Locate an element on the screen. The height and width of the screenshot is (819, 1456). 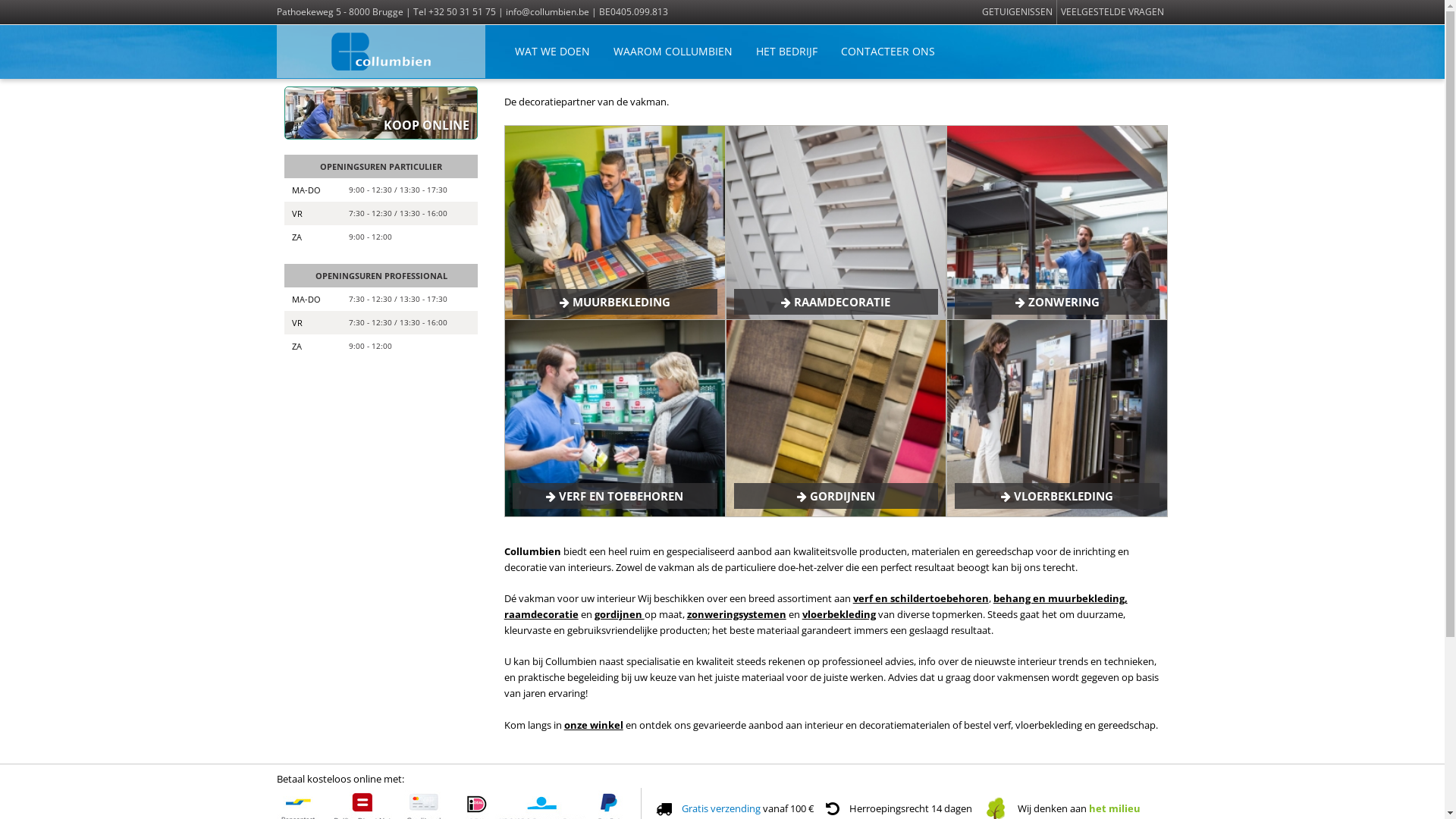
'+32 50 31 51 75' is located at coordinates (460, 11).